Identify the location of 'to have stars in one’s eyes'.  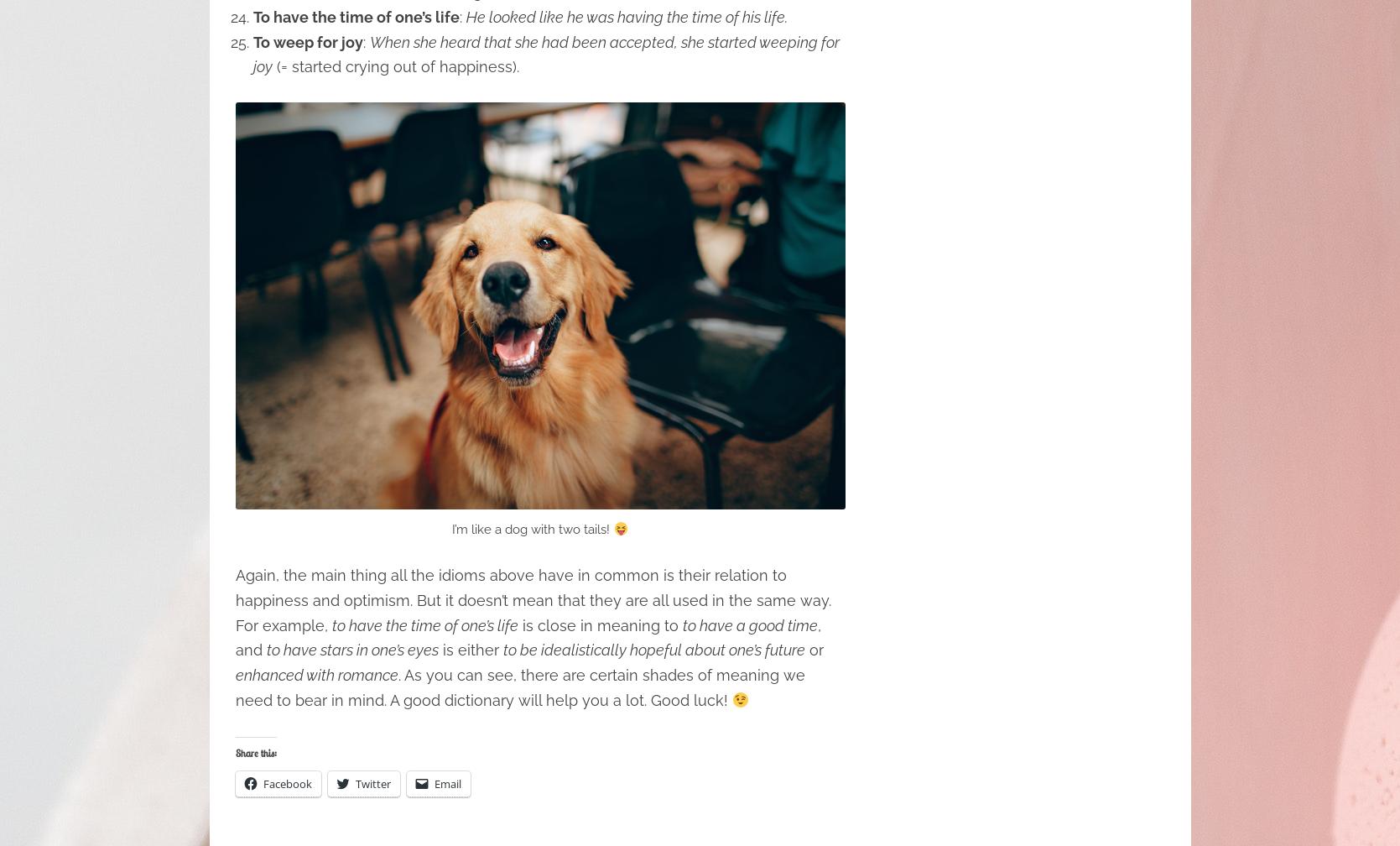
(351, 650).